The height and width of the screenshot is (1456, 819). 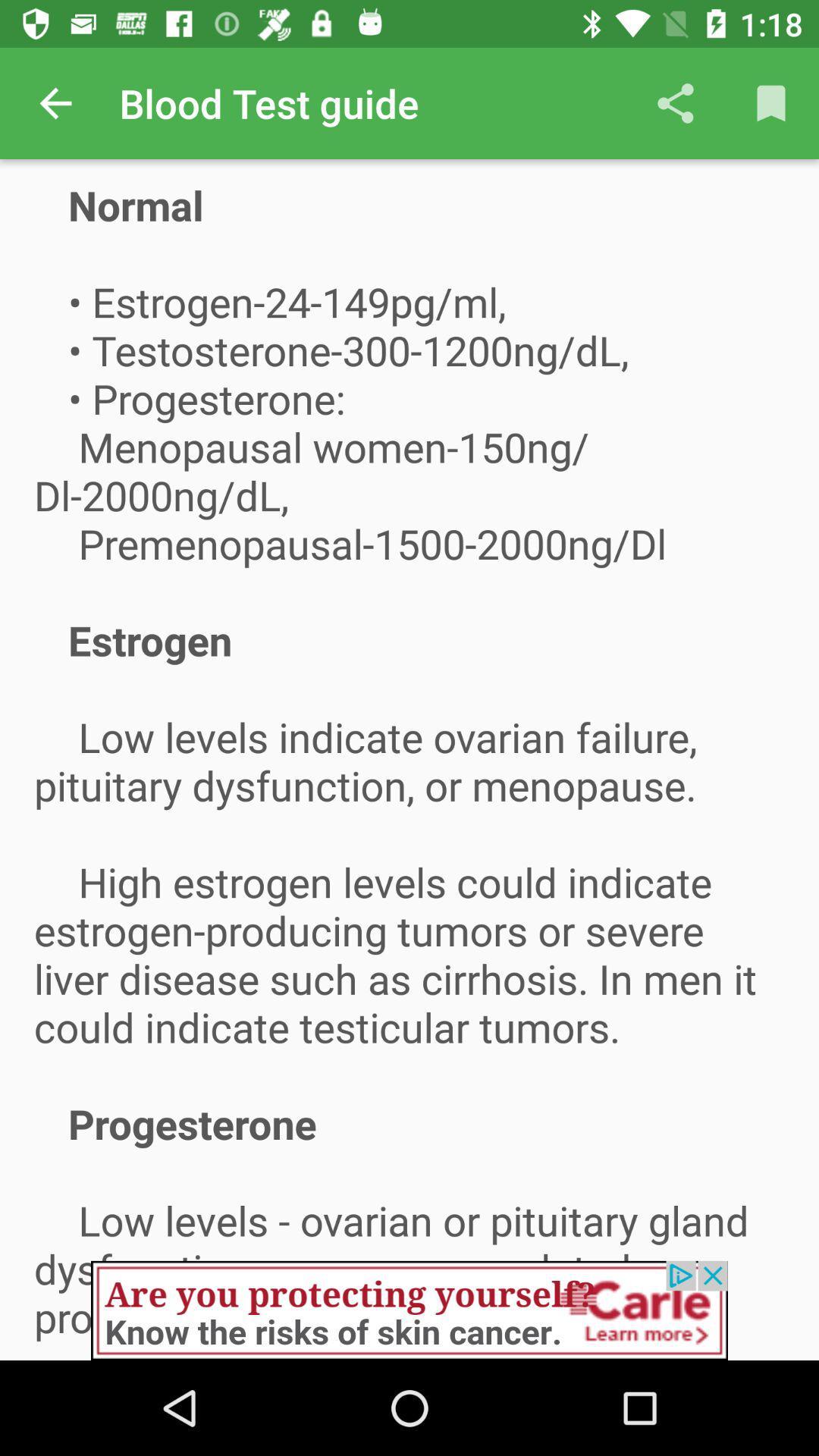 What do you see at coordinates (409, 1310) in the screenshot?
I see `advertisement` at bounding box center [409, 1310].